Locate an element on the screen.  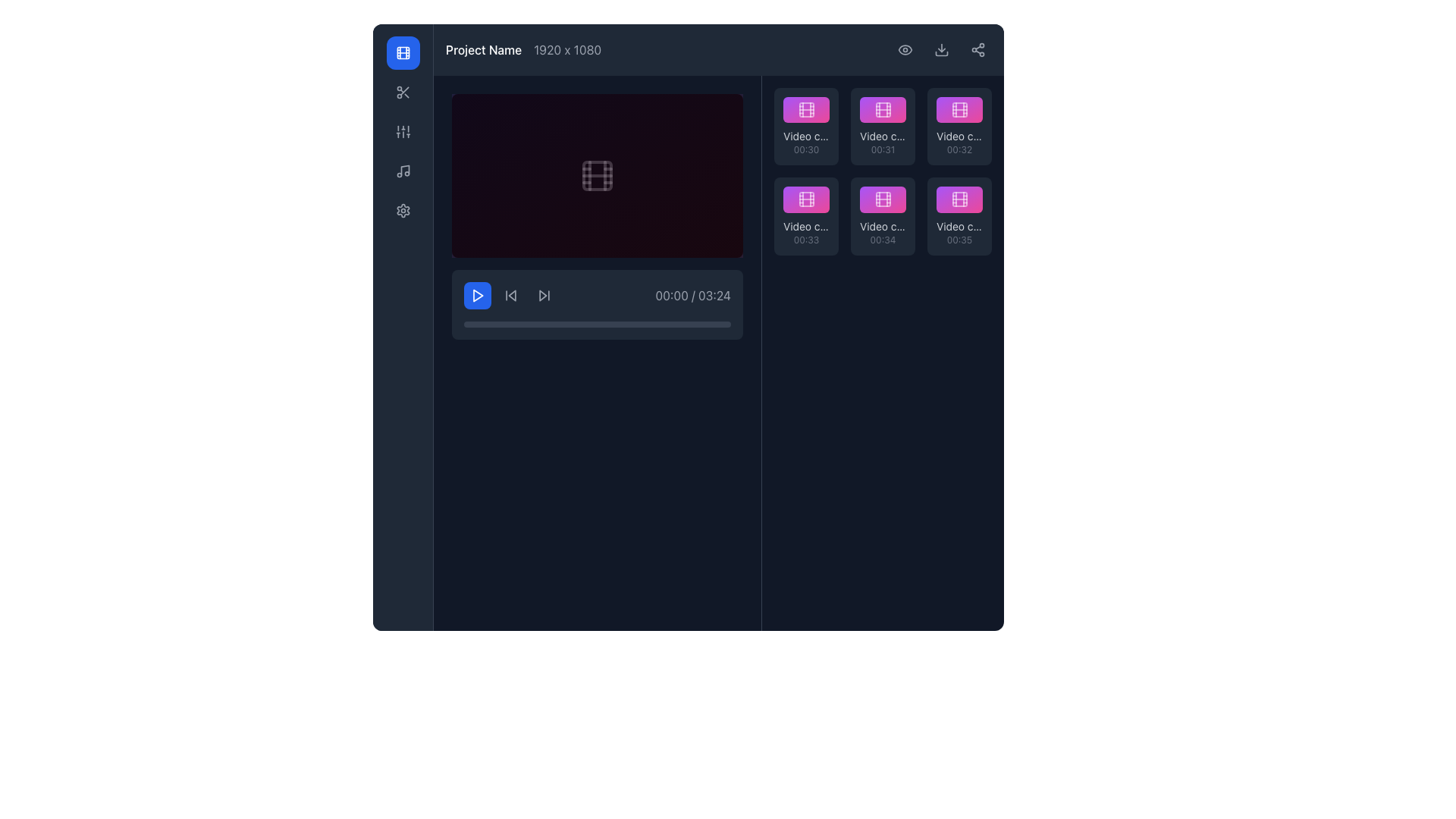
the play button icon located inside the blue button on the left side of the playback controls is located at coordinates (477, 295).